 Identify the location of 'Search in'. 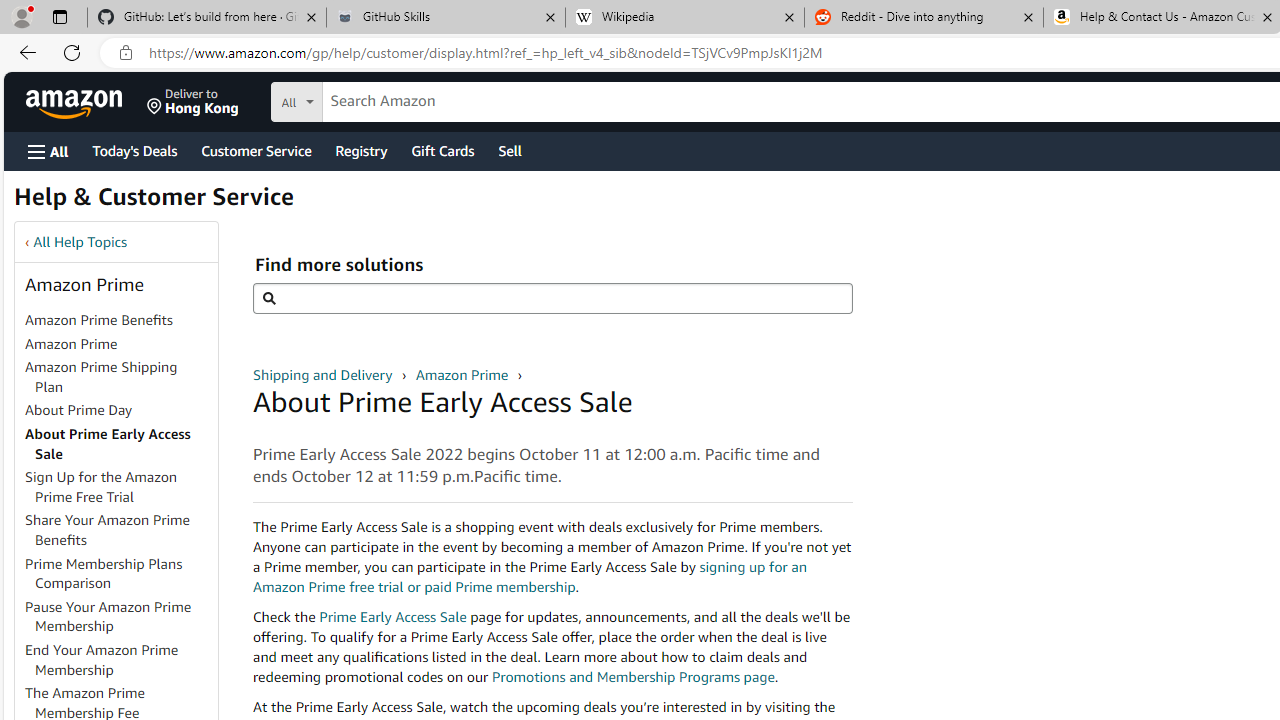
(371, 99).